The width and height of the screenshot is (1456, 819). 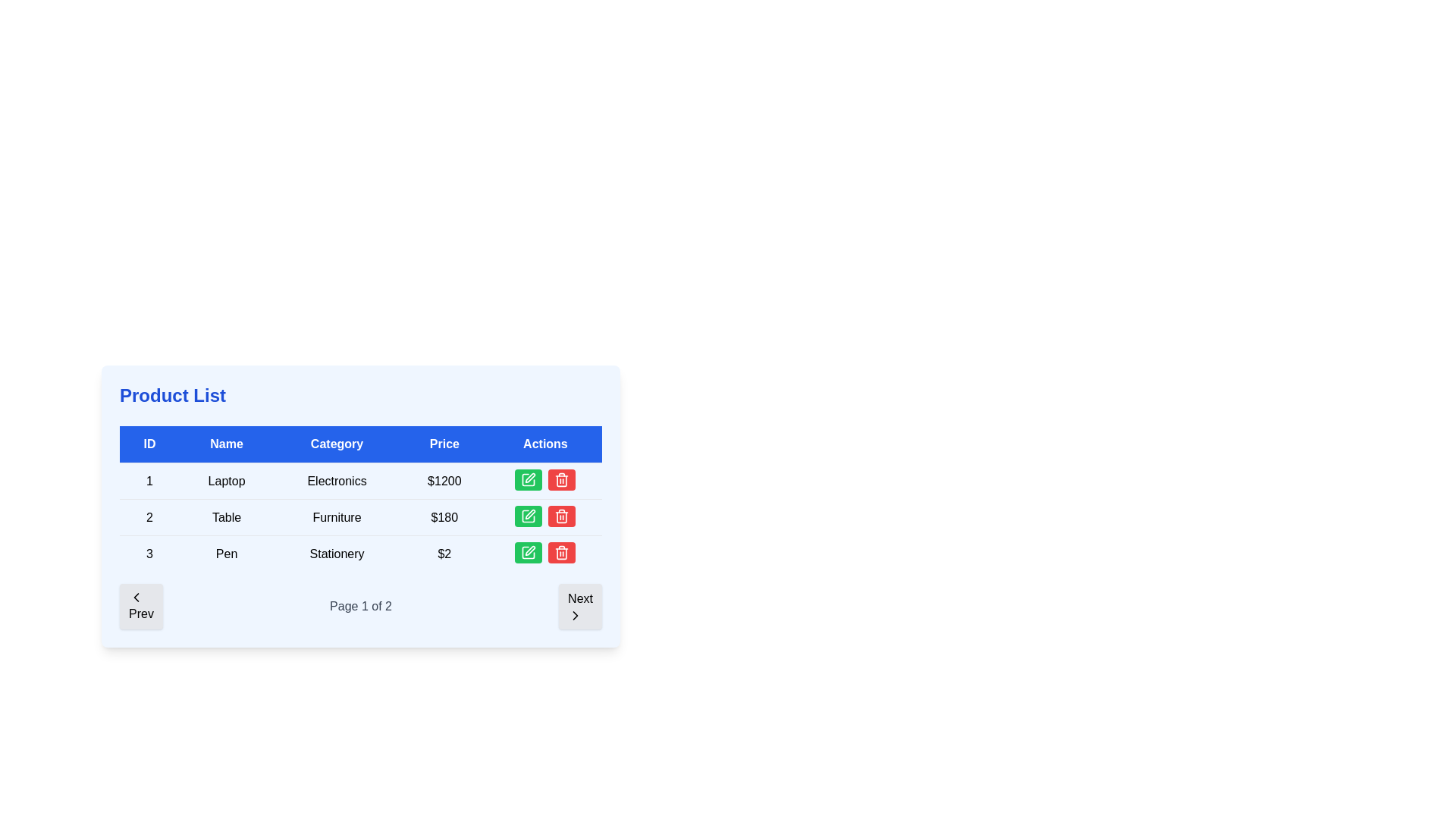 What do you see at coordinates (530, 513) in the screenshot?
I see `the edit icon, which is a small pen-shaped icon located inside the green button in the Actions column of the second row in the 'Product List' table` at bounding box center [530, 513].